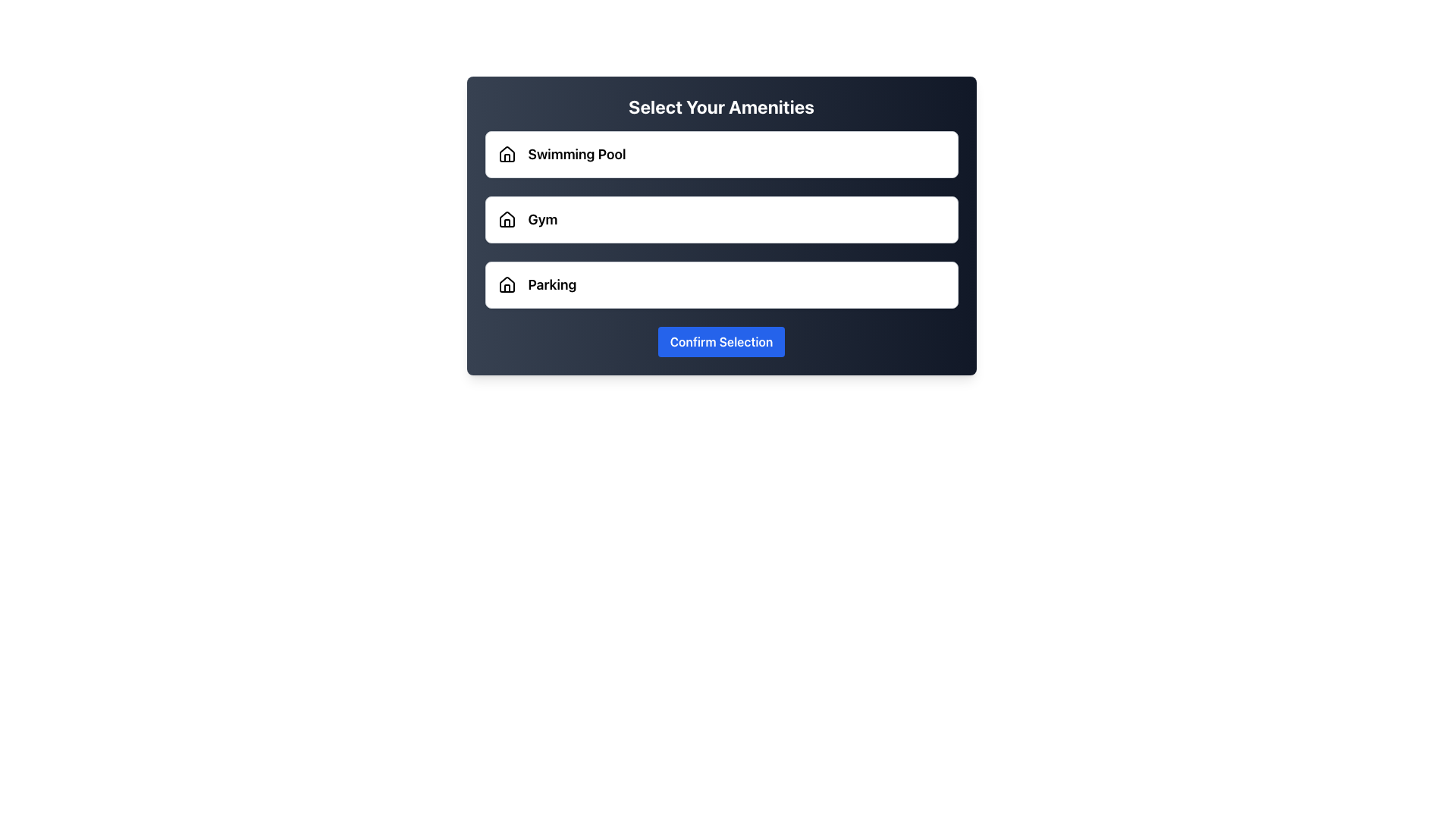 The image size is (1456, 819). What do you see at coordinates (576, 155) in the screenshot?
I see `the 'Swimming Pool' label located to the right of the house icon in the first item of the amenities list` at bounding box center [576, 155].